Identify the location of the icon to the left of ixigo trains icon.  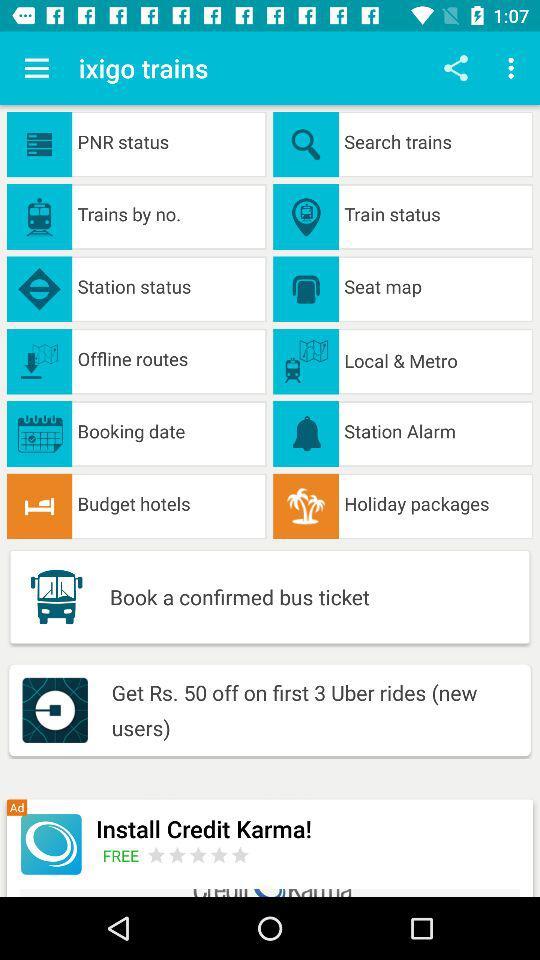
(36, 68).